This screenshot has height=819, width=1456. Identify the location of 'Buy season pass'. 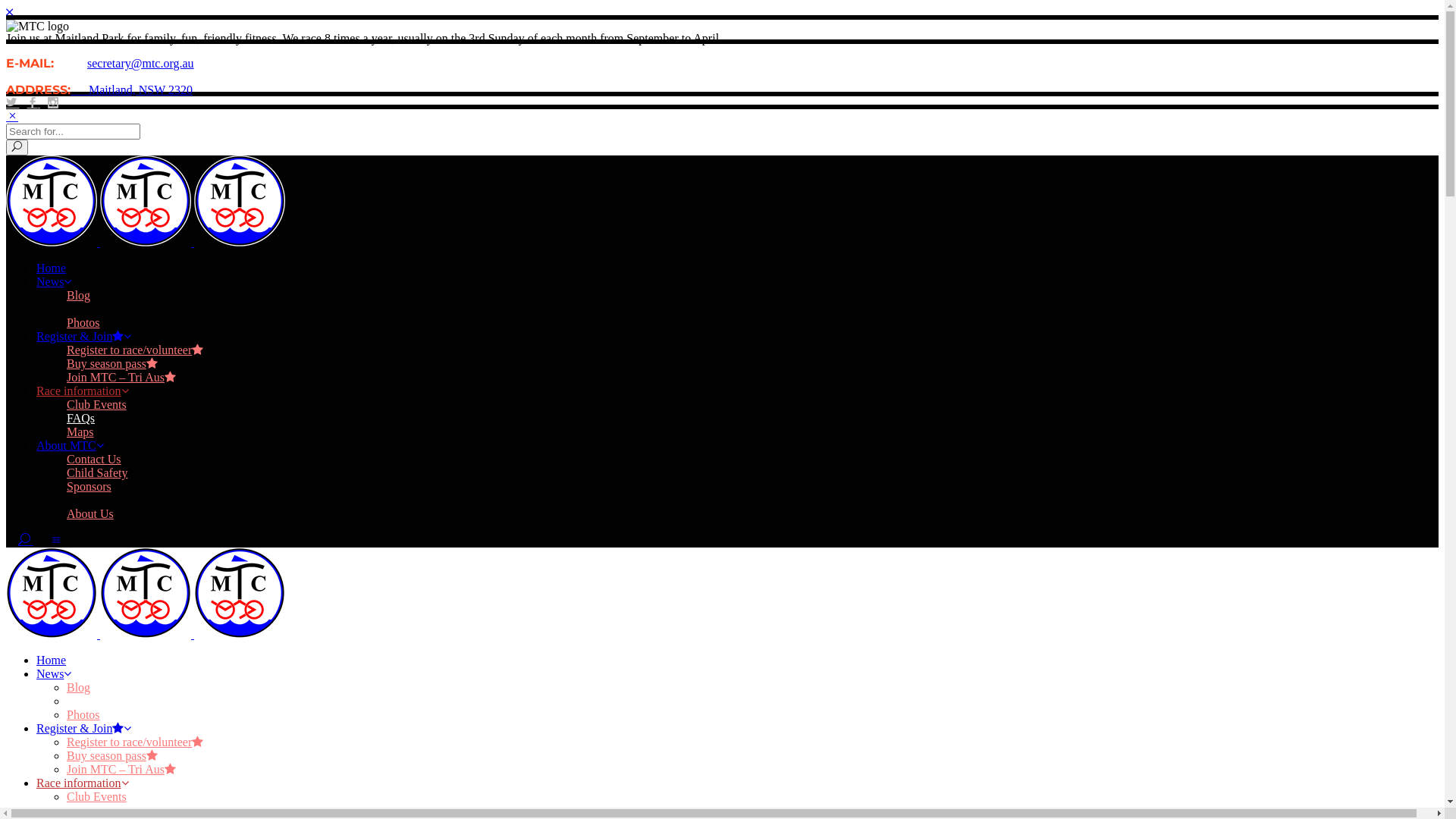
(111, 363).